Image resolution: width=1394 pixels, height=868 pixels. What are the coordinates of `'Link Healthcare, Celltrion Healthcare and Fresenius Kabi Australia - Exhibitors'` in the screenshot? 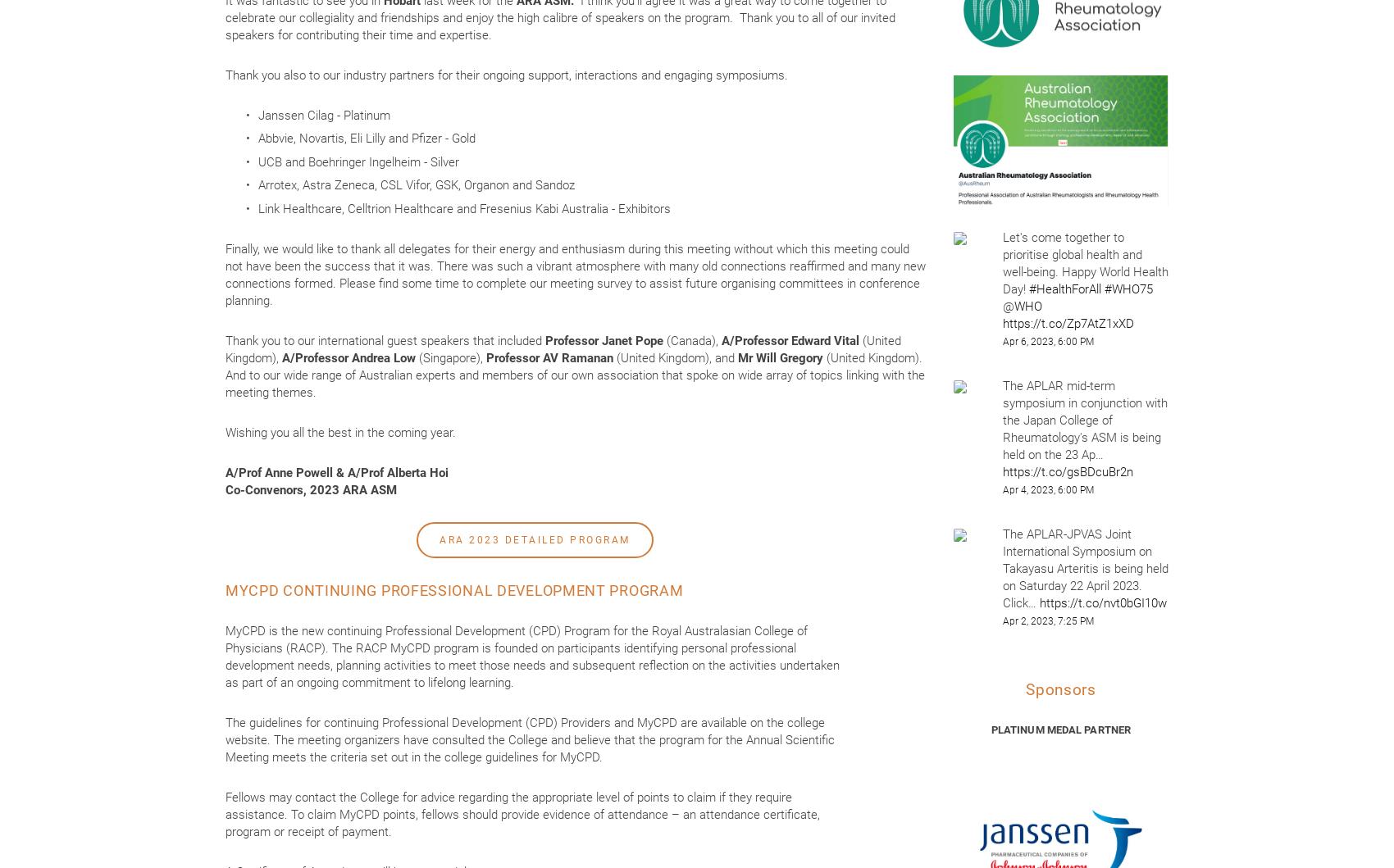 It's located at (463, 207).